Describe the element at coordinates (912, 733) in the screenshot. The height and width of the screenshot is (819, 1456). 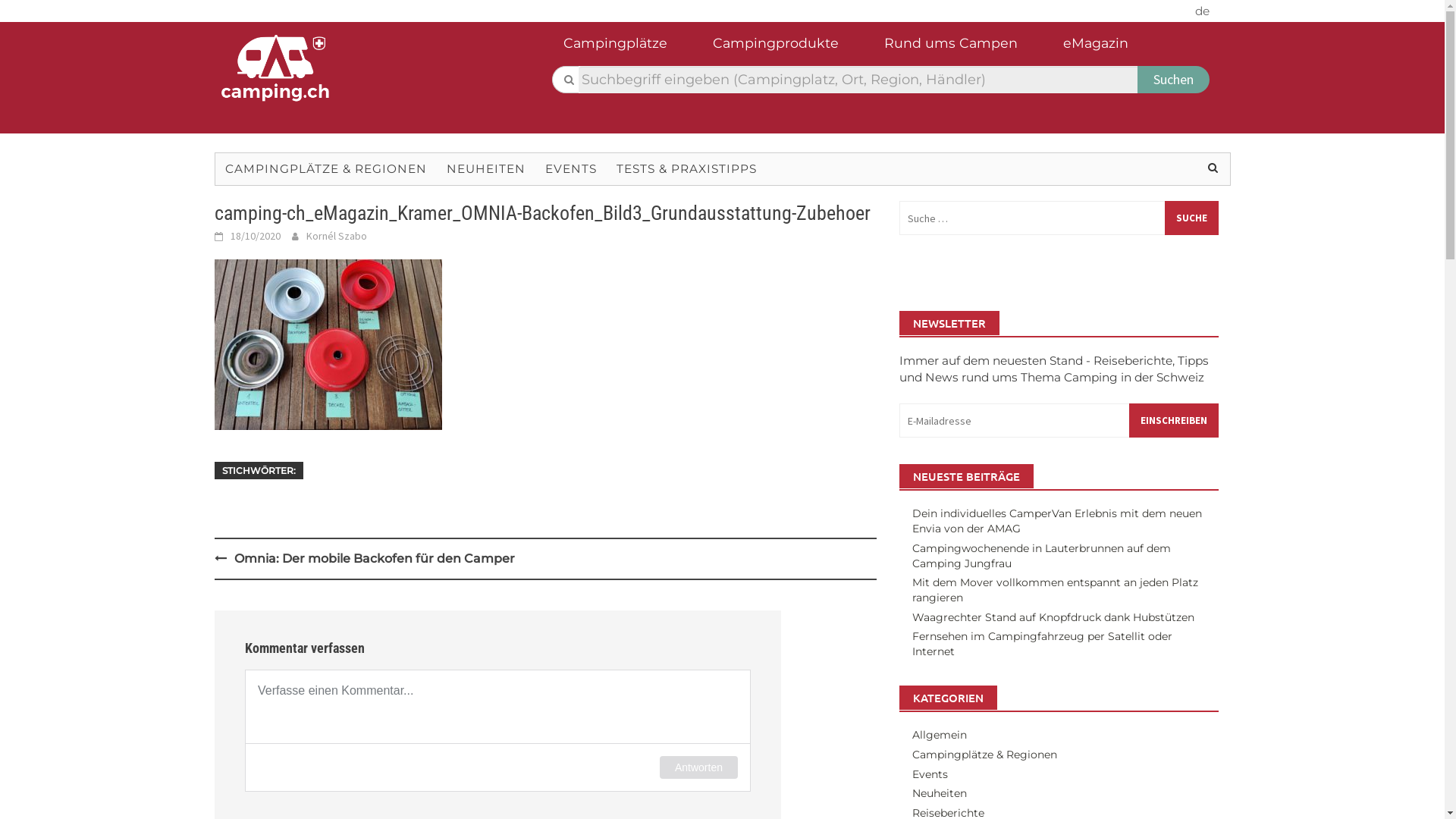
I see `'Allgemein'` at that location.